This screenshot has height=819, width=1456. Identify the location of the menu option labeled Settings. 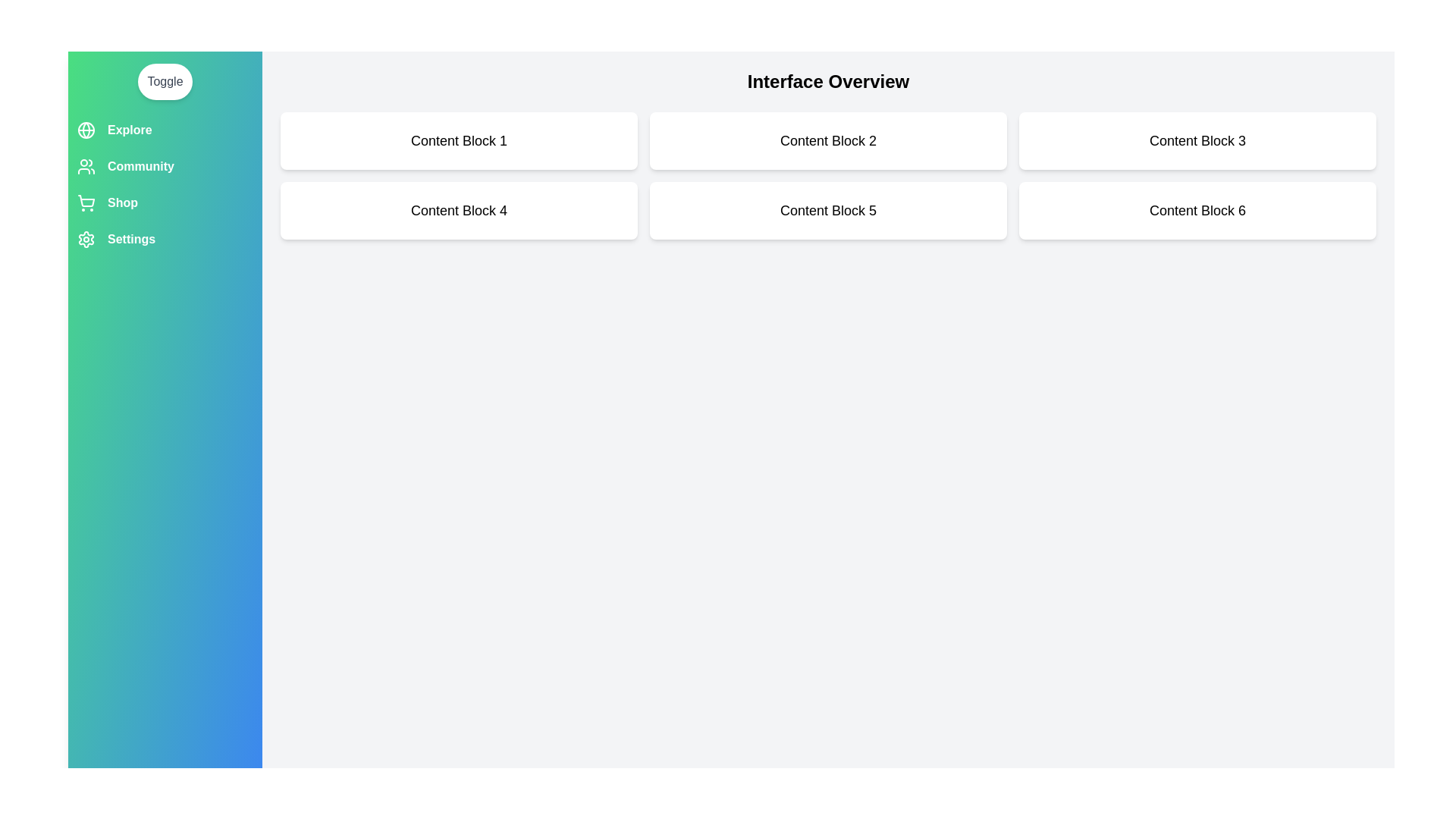
(165, 239).